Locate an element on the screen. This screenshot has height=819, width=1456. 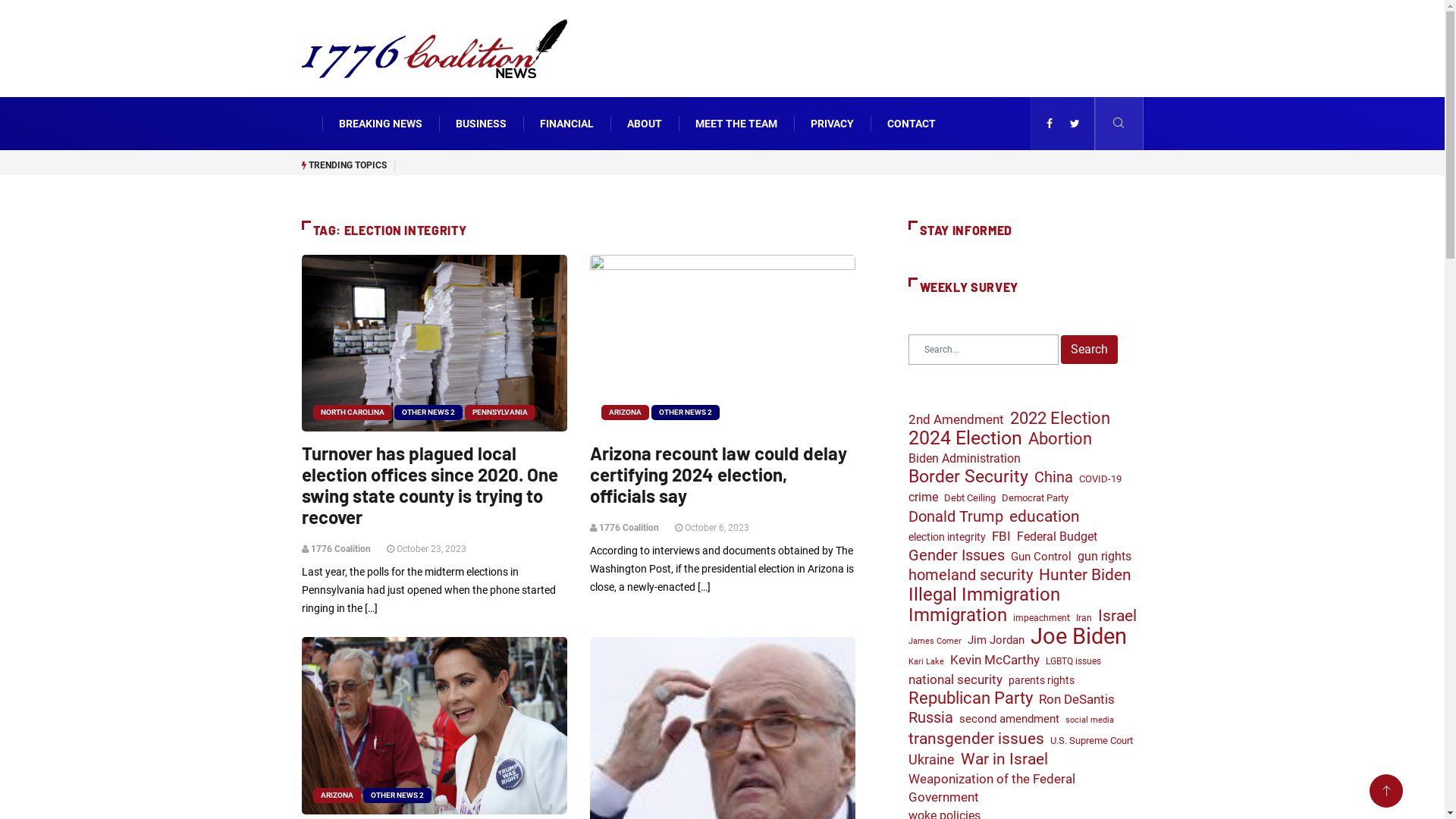
'COVID-19' is located at coordinates (1099, 479).